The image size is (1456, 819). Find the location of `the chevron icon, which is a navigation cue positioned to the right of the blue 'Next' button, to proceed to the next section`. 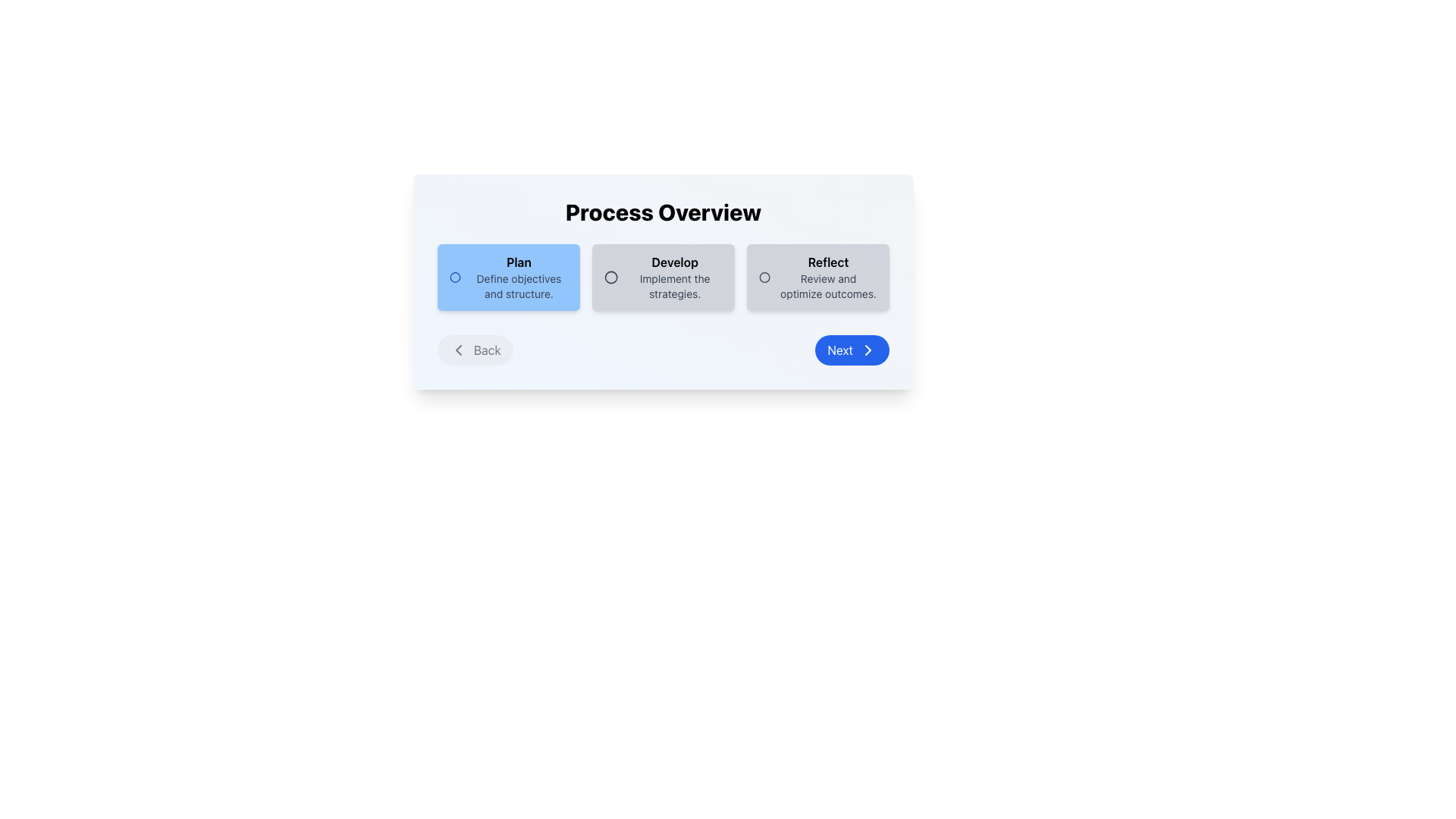

the chevron icon, which is a navigation cue positioned to the right of the blue 'Next' button, to proceed to the next section is located at coordinates (868, 350).